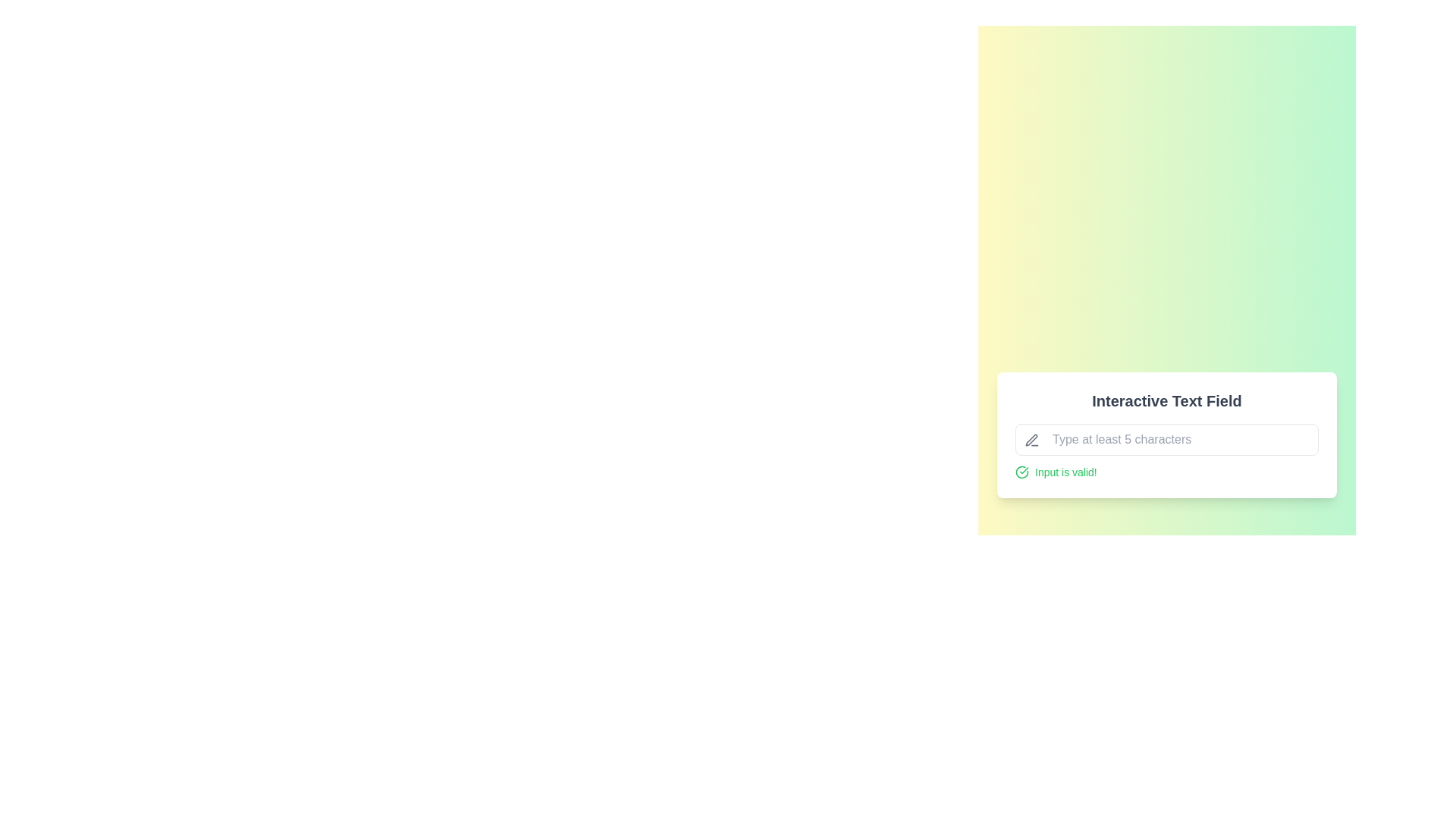 Image resolution: width=1456 pixels, height=819 pixels. What do you see at coordinates (1031, 441) in the screenshot?
I see `the pen icon located at the top-left corner of the text input field` at bounding box center [1031, 441].